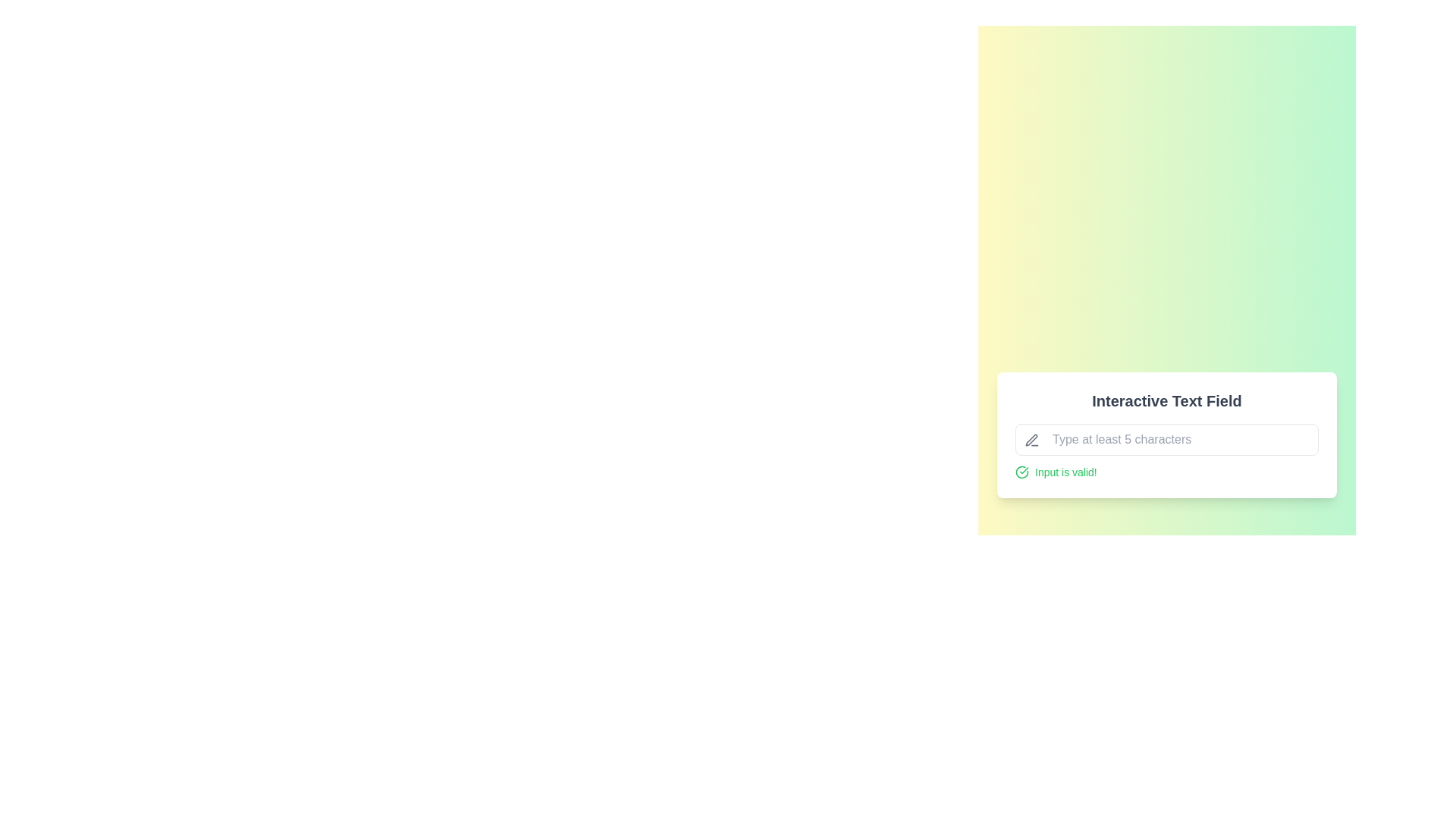 Image resolution: width=1456 pixels, height=819 pixels. What do you see at coordinates (1031, 441) in the screenshot?
I see `the pen icon located at the top-left corner of the text input field` at bounding box center [1031, 441].